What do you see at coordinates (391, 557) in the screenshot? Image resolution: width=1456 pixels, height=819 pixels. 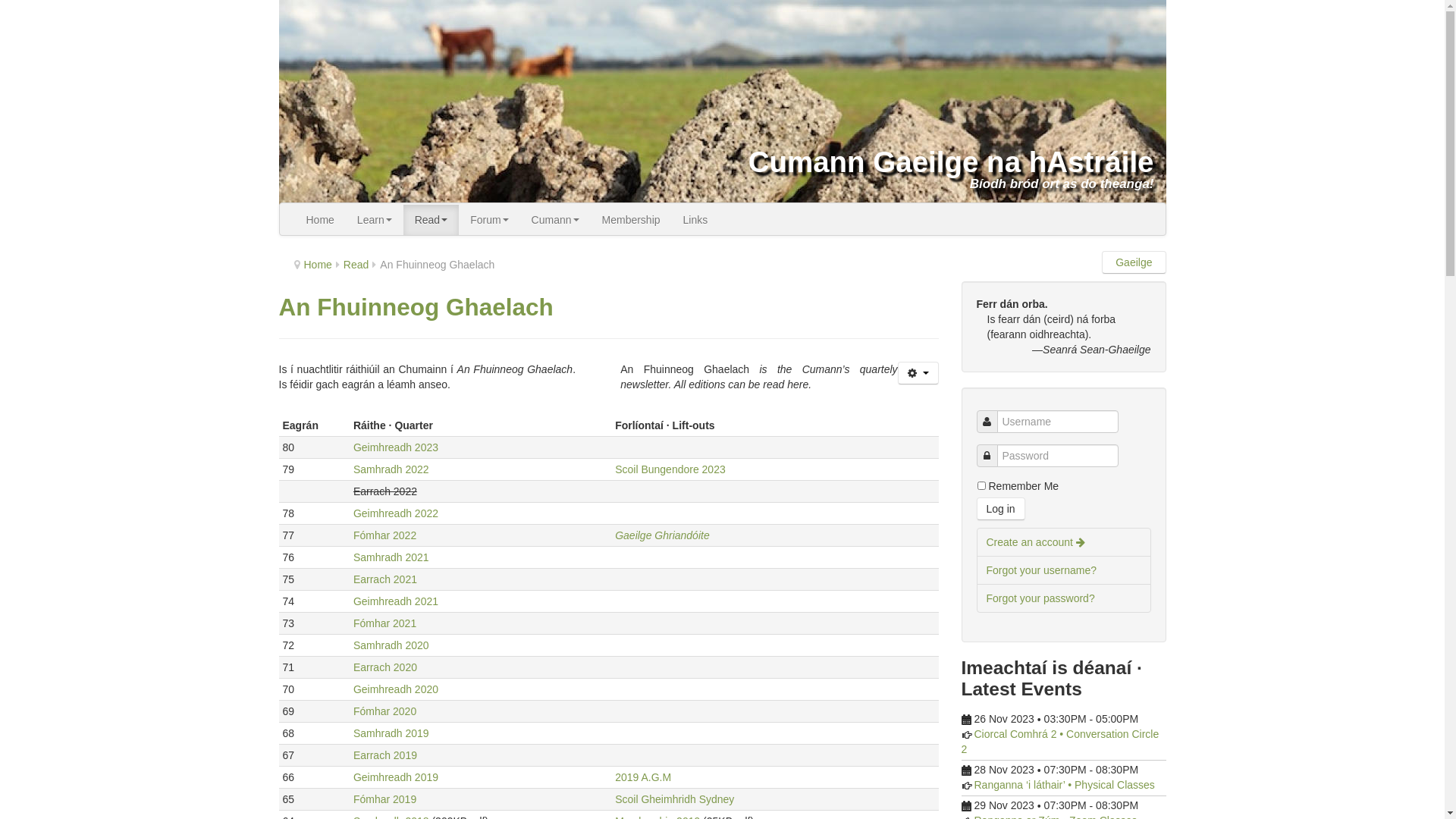 I see `'Samhradh 2021'` at bounding box center [391, 557].